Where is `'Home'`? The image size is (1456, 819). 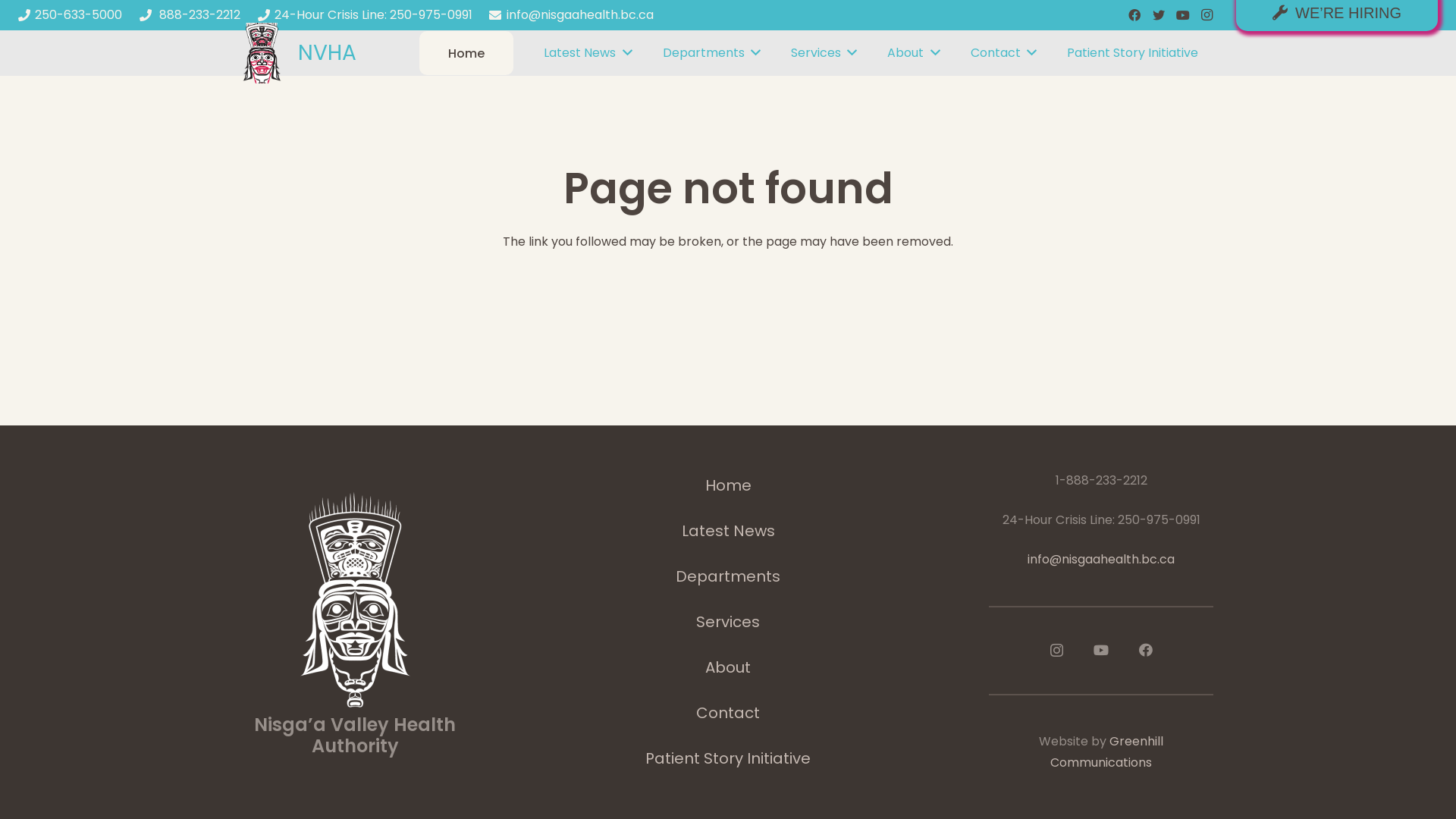
'Home' is located at coordinates (466, 52).